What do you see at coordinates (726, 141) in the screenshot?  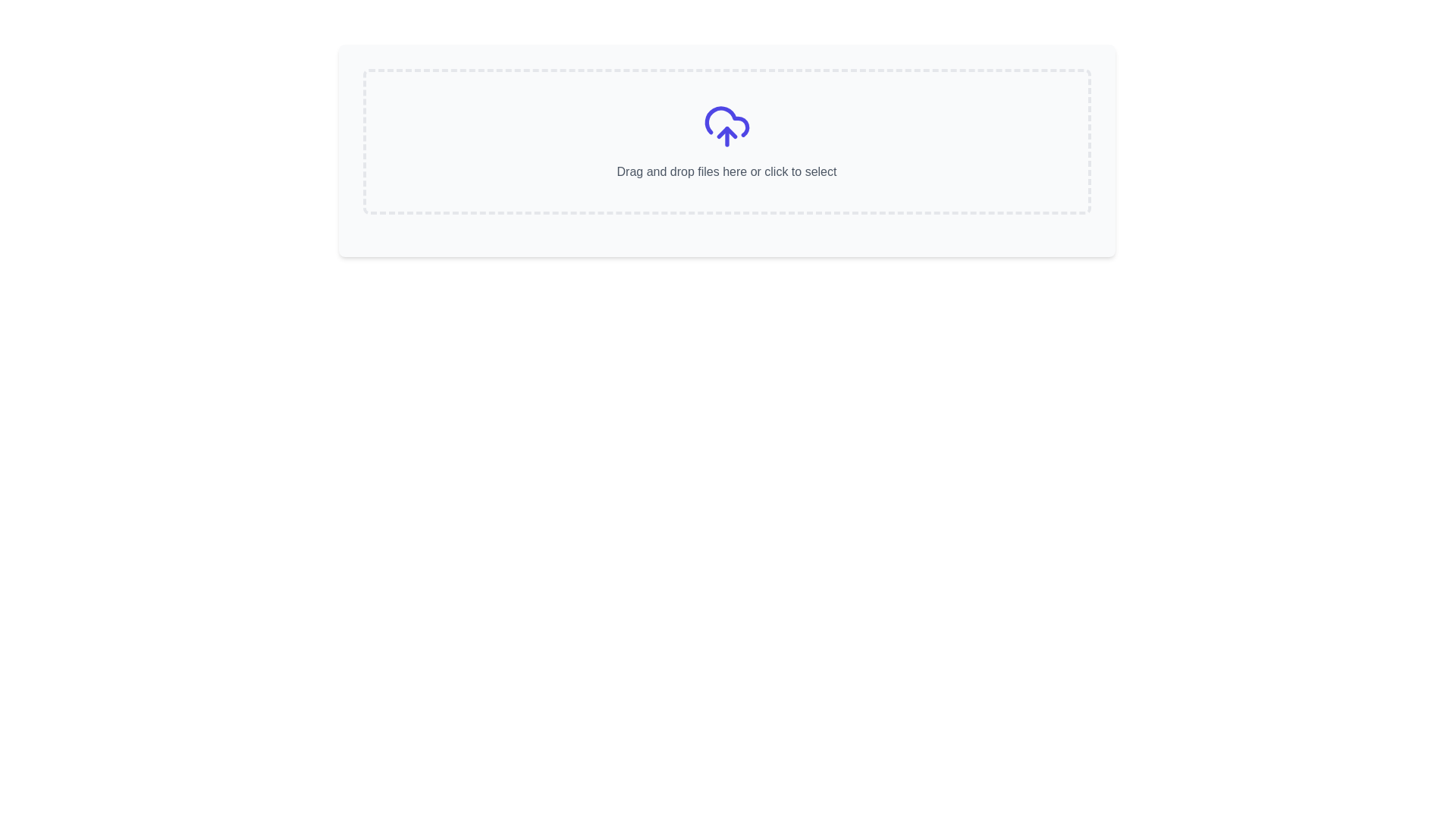 I see `the file upload area by clicking on the purple cloud icon with an upward arrow or the text 'Drag and drop files here or click to select' for feedback` at bounding box center [726, 141].